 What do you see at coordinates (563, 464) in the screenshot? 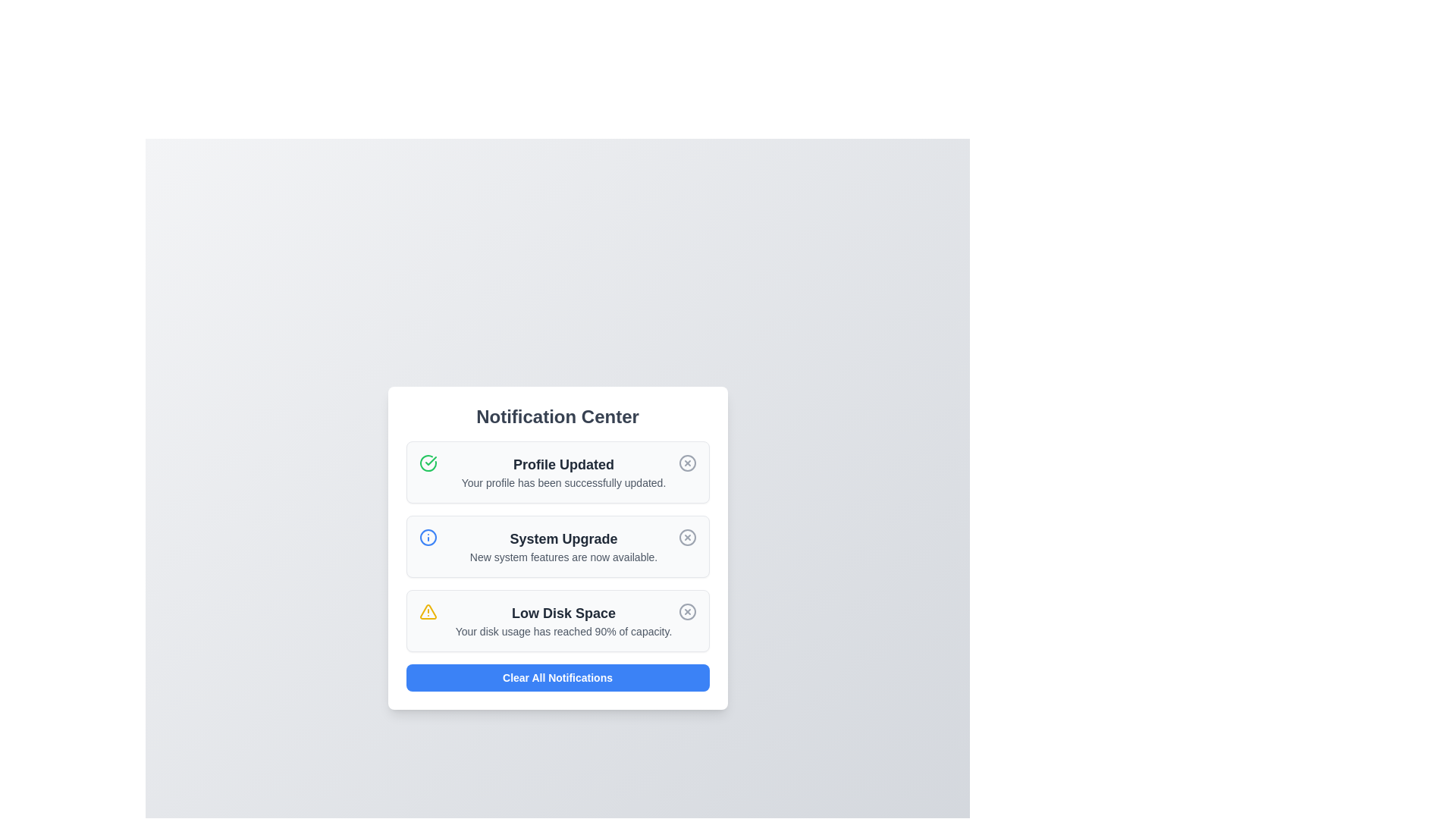
I see `the title or header text label of the notification, which summarizes the notification's subject and is positioned at the top of the notification card` at bounding box center [563, 464].